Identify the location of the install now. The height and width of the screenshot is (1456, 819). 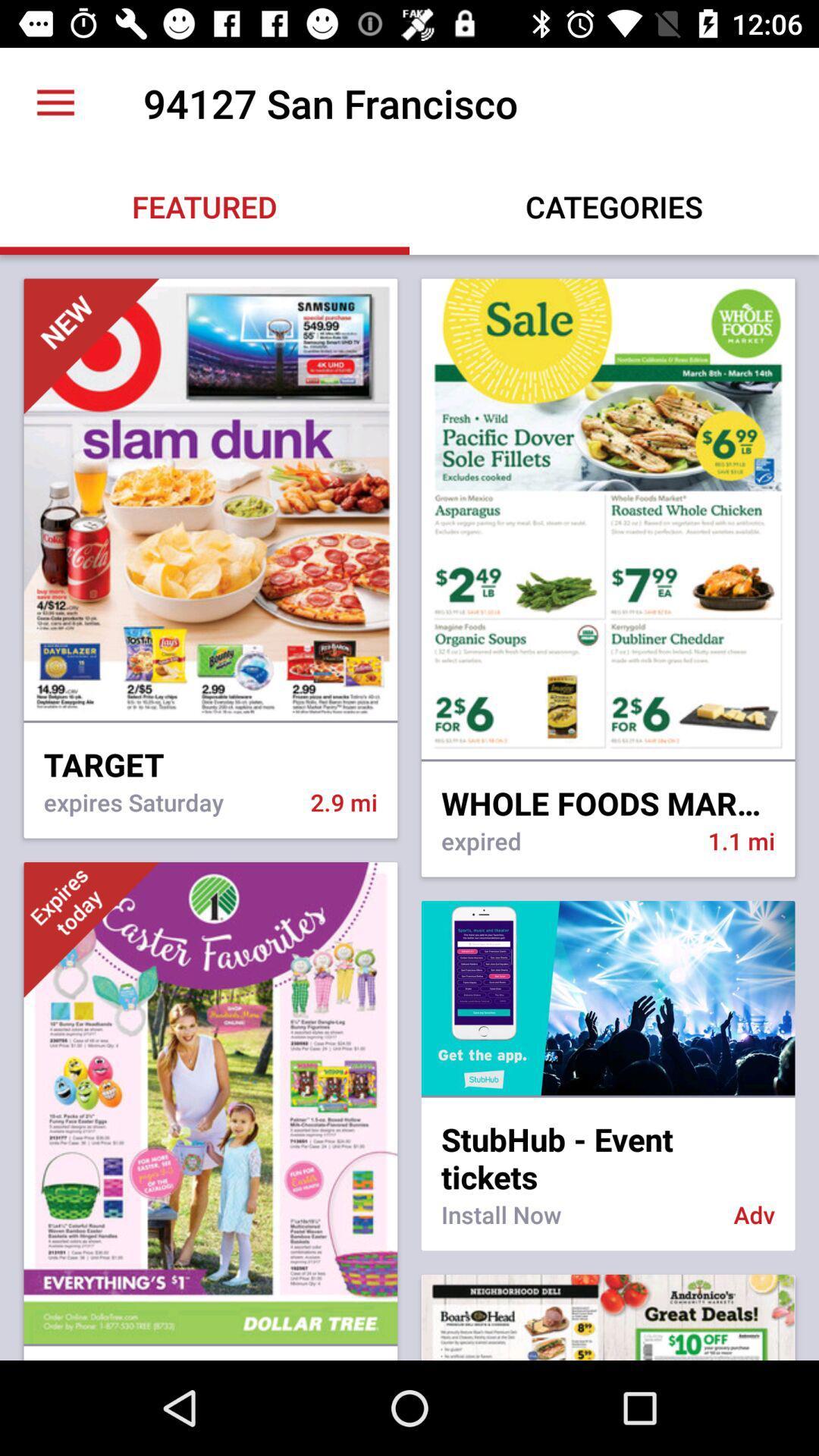
(577, 1224).